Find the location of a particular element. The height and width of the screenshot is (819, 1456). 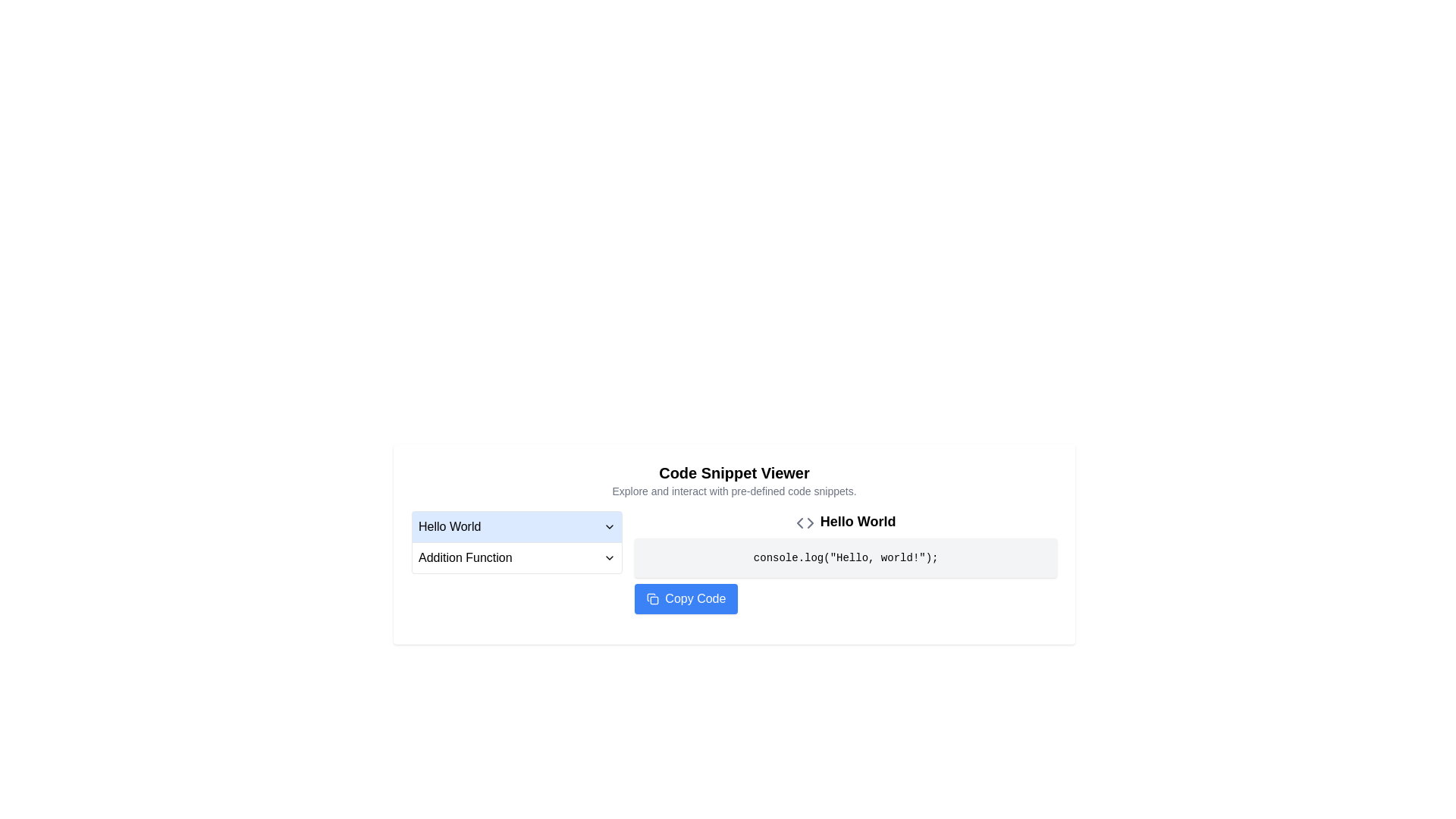

the downward-pointing chevron icon located to the right of the 'Addition Function' text is located at coordinates (610, 558).